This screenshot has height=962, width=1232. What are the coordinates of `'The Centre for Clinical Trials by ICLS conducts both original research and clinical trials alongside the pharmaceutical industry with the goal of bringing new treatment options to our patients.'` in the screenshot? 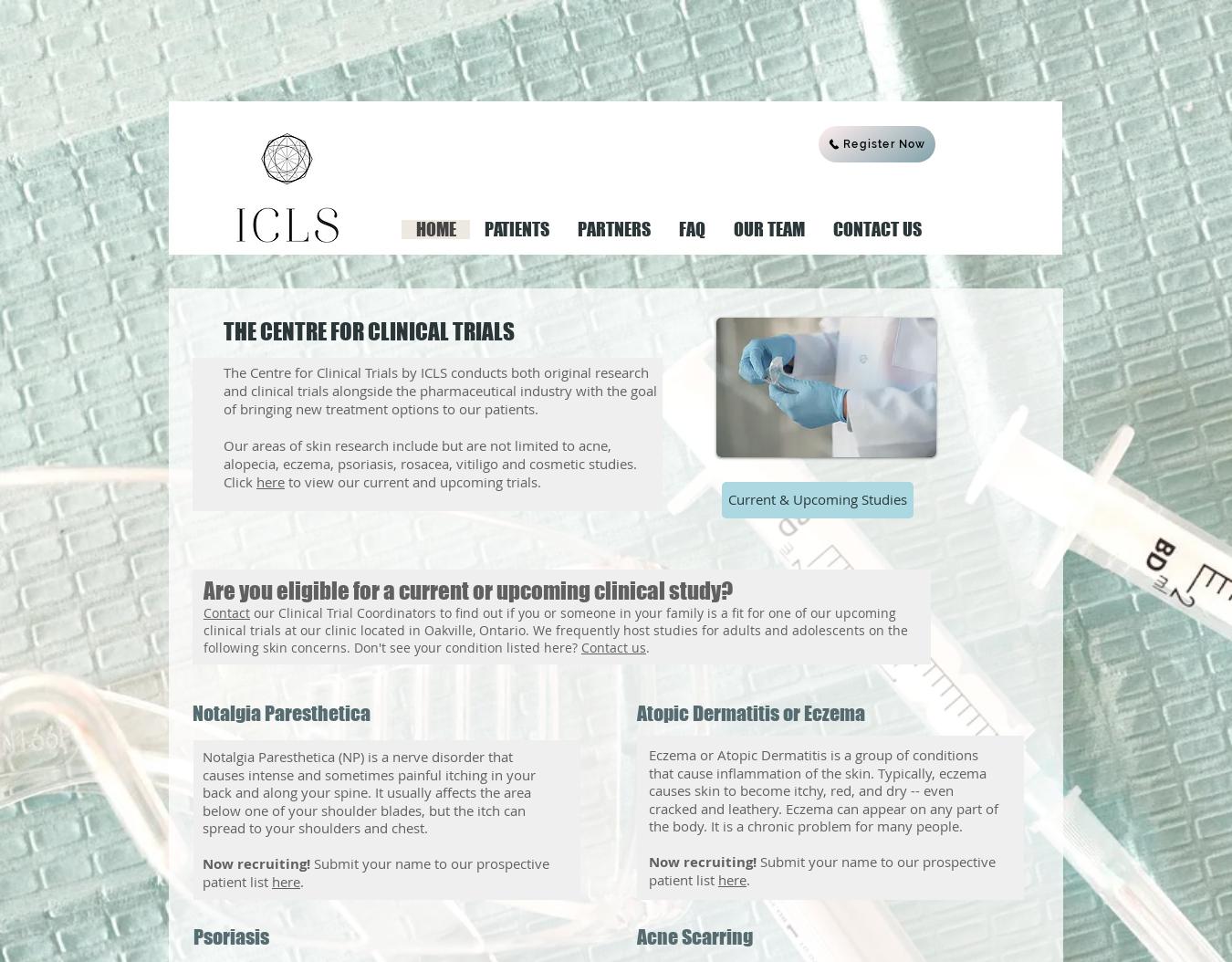 It's located at (439, 391).